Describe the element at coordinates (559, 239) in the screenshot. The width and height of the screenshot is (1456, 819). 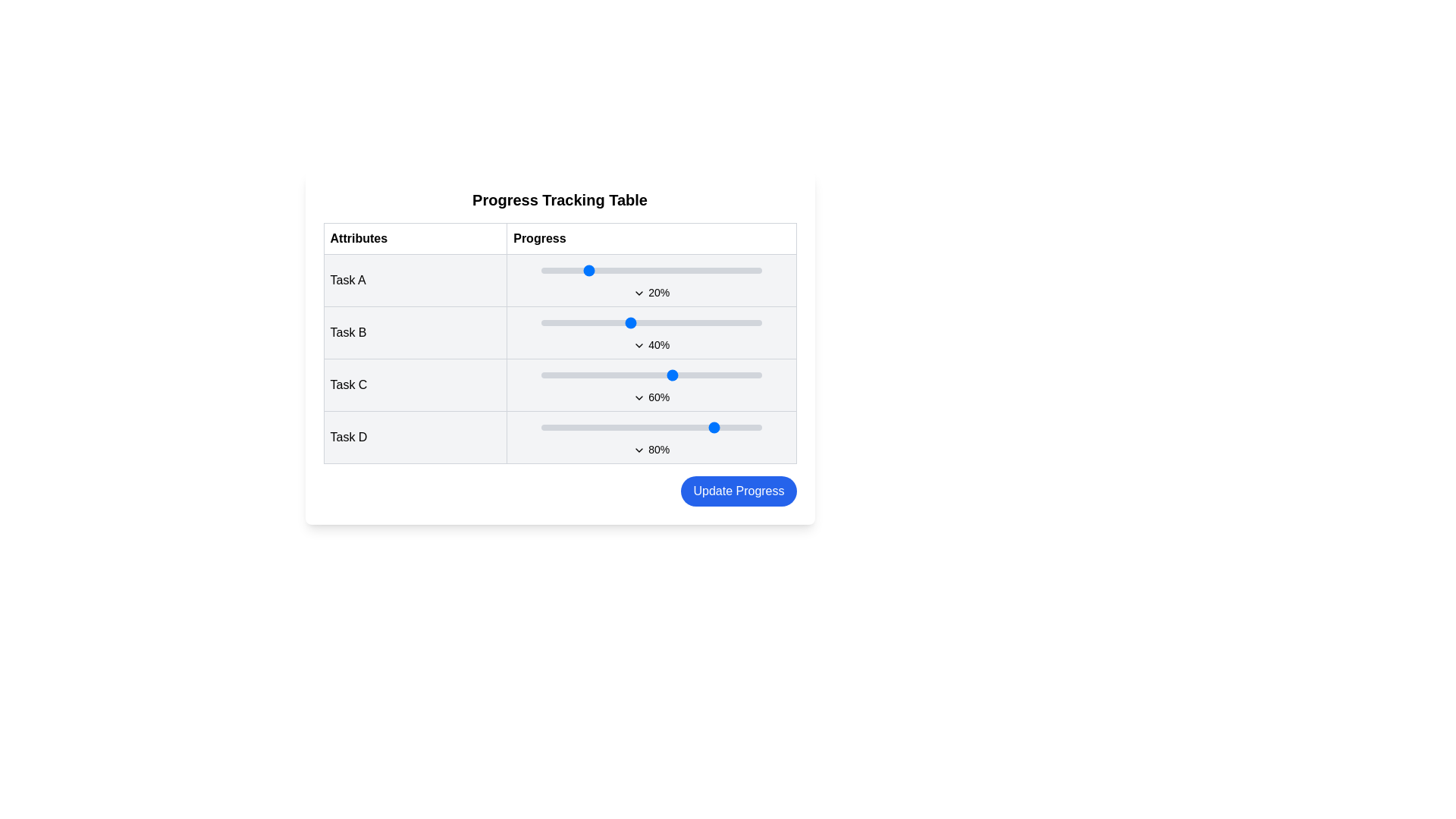
I see `the Table Header element that contains the 'Attributes' and 'Progress' columns, which is positioned at the top of the progress tracking table layout` at that location.